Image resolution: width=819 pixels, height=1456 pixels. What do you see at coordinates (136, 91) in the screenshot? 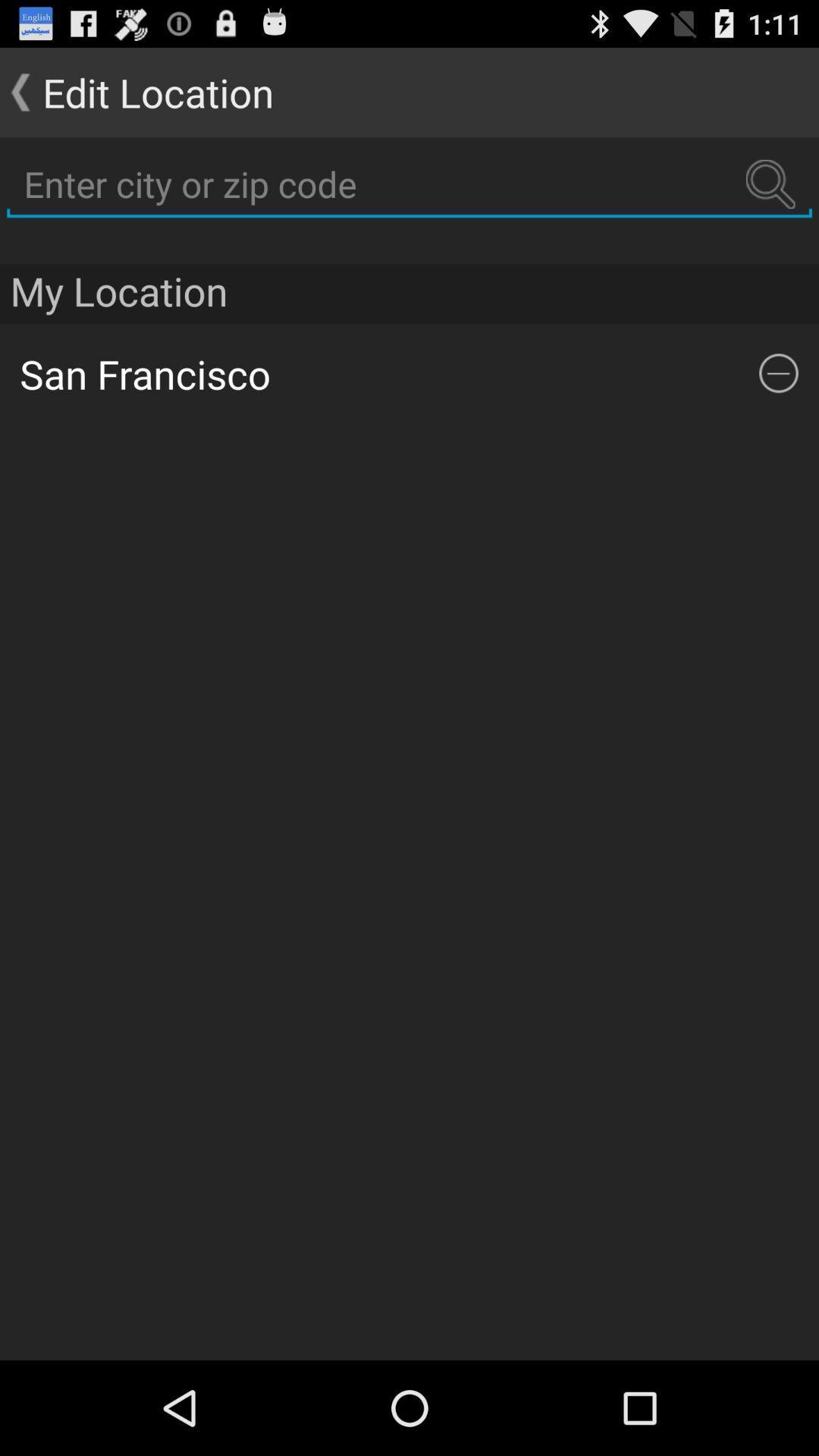
I see `the icon at the top left corner` at bounding box center [136, 91].